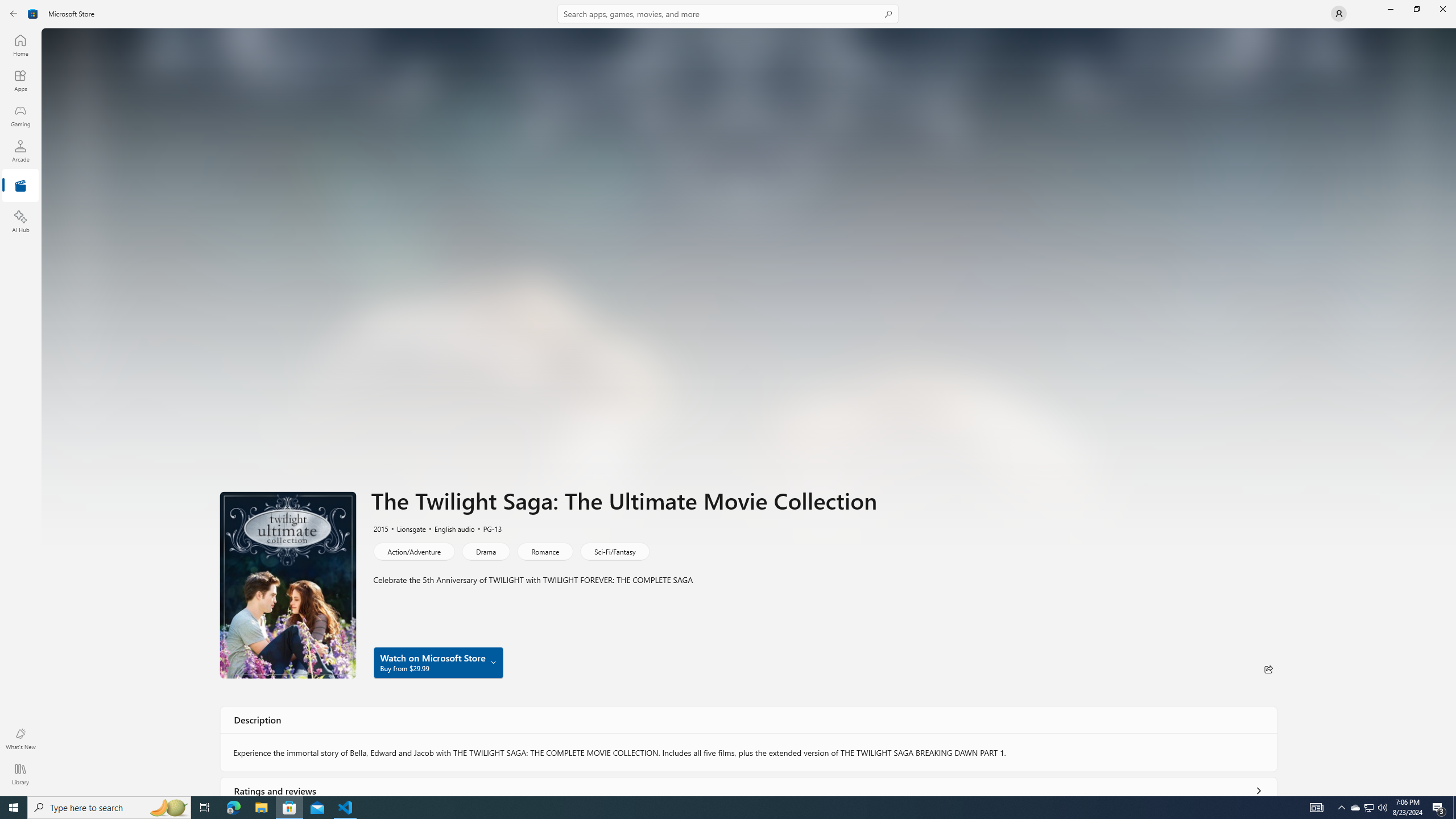 The width and height of the screenshot is (1456, 819). I want to click on 'Show all ratings and reviews', so click(1259, 788).